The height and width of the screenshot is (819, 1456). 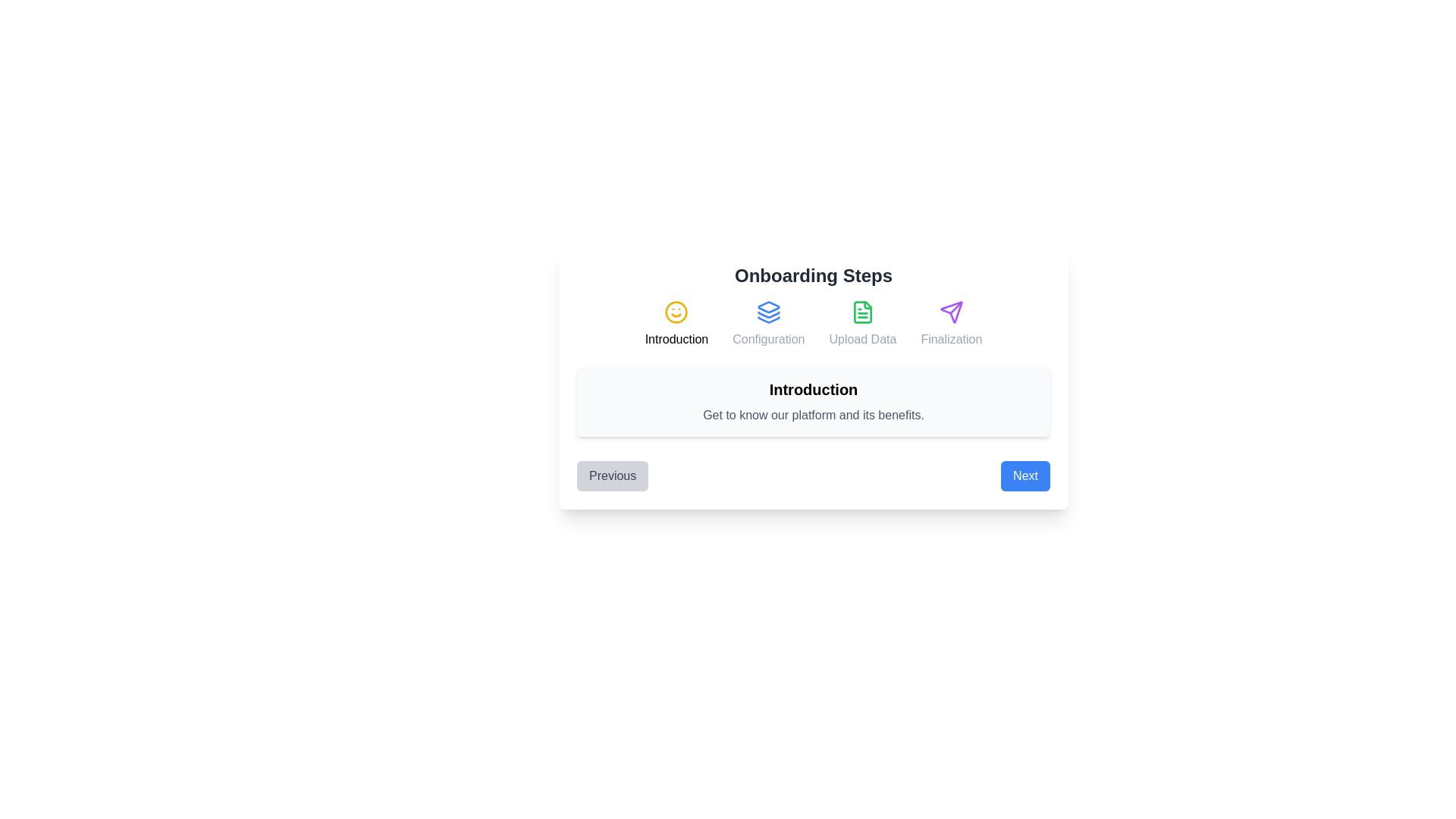 I want to click on the decorative vector graphic that represents the 'Configuration' step icon in the onboarding process, which is centrally located within the blue-outlined icon, so click(x=768, y=307).